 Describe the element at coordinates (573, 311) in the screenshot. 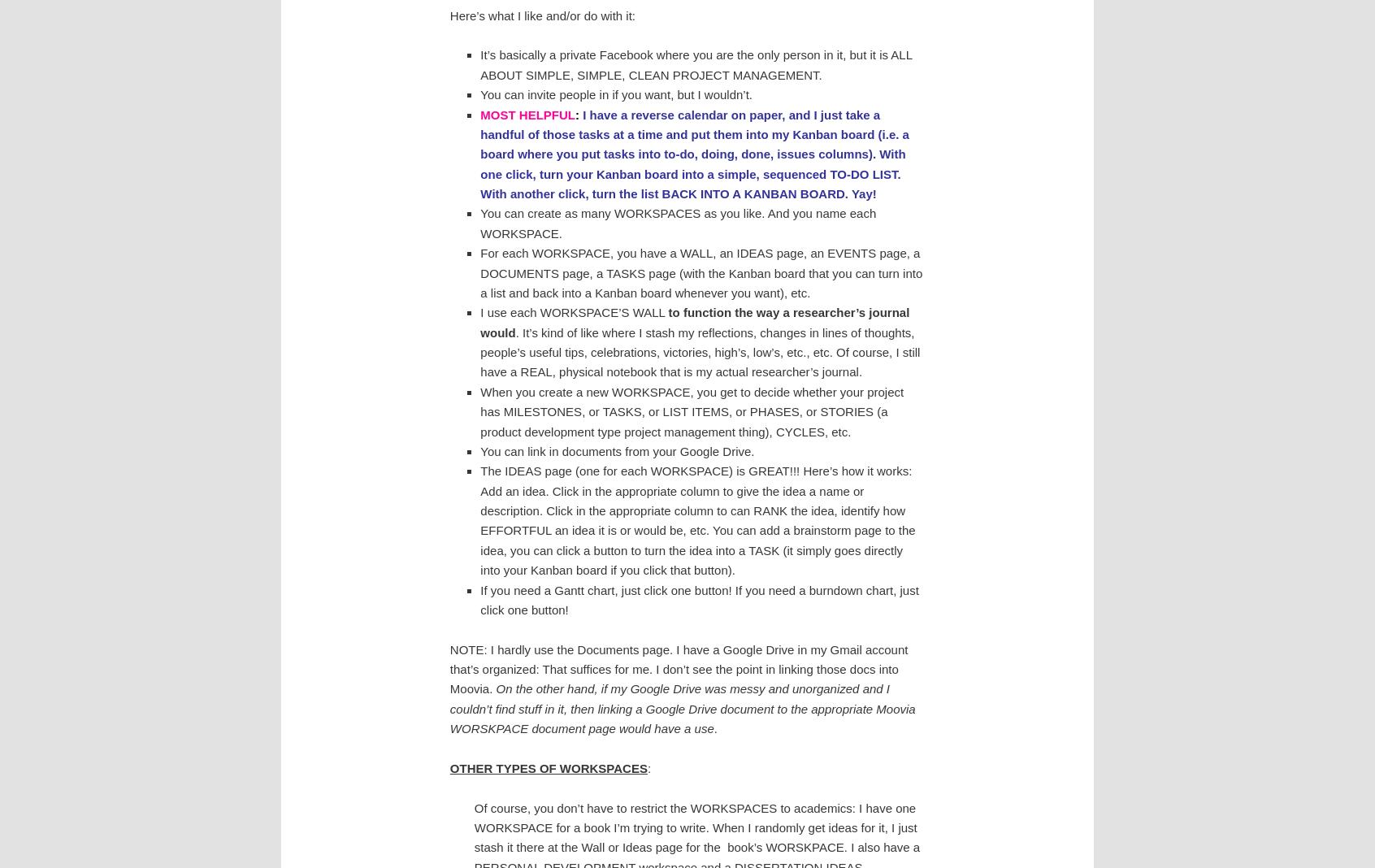

I see `'I use each WORKSPACE’S WALL'` at that location.